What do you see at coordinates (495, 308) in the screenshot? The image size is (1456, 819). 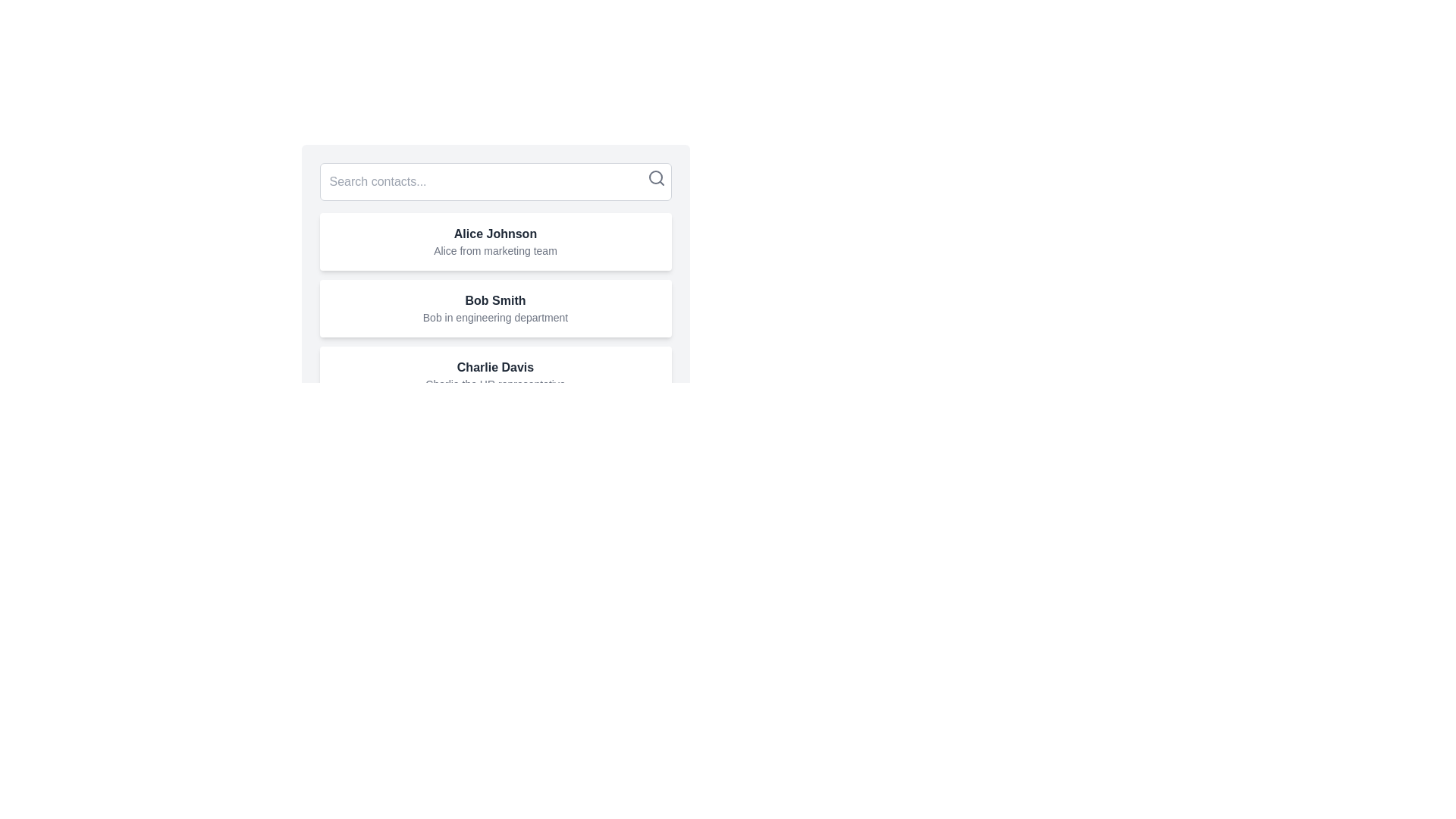 I see `the informative card representing 'Bob Smith', which is the second card in the vertically stacked list of individuals in the engineering department` at bounding box center [495, 308].